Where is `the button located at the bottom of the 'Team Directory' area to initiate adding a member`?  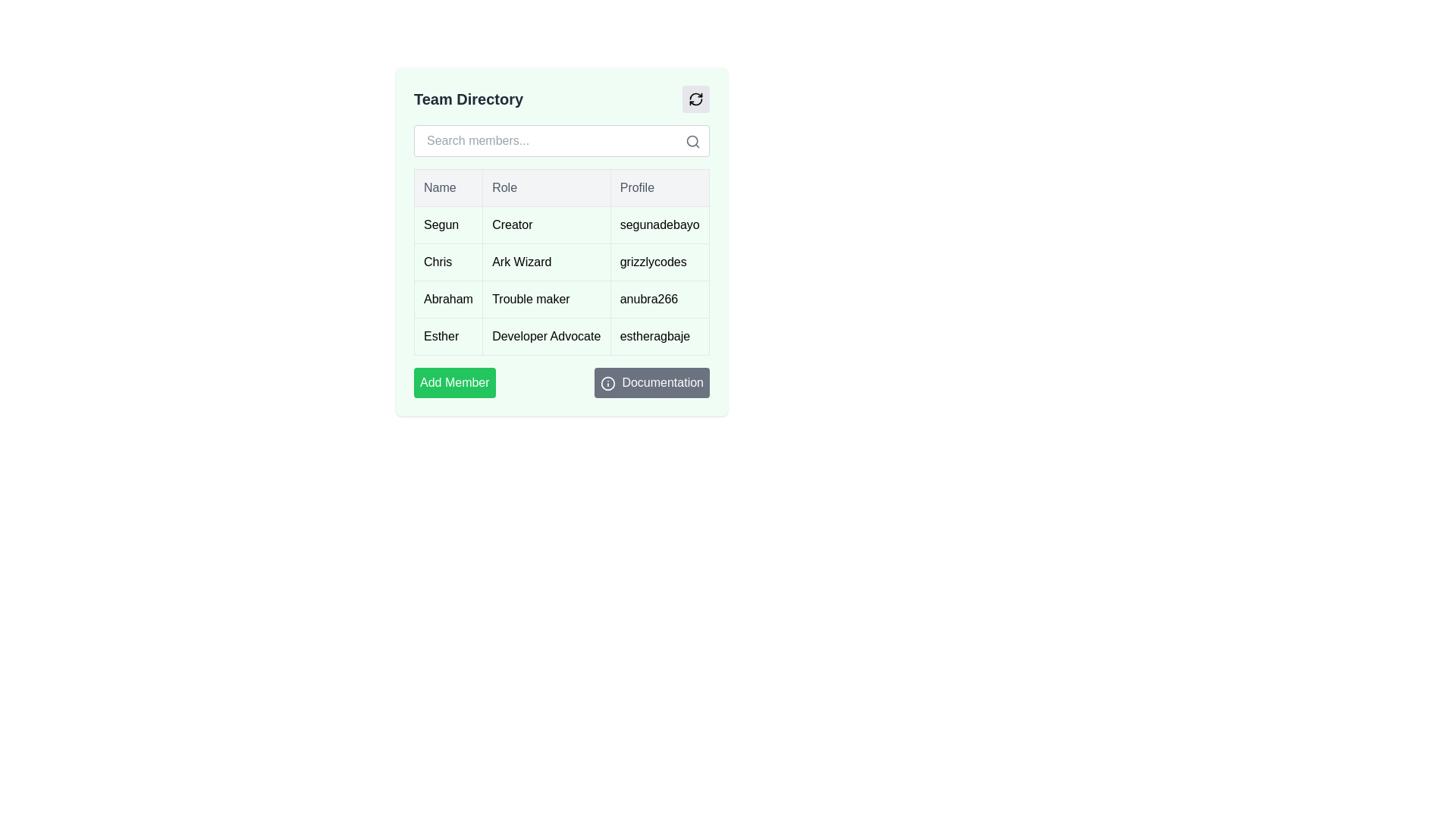 the button located at the bottom of the 'Team Directory' area to initiate adding a member is located at coordinates (453, 382).